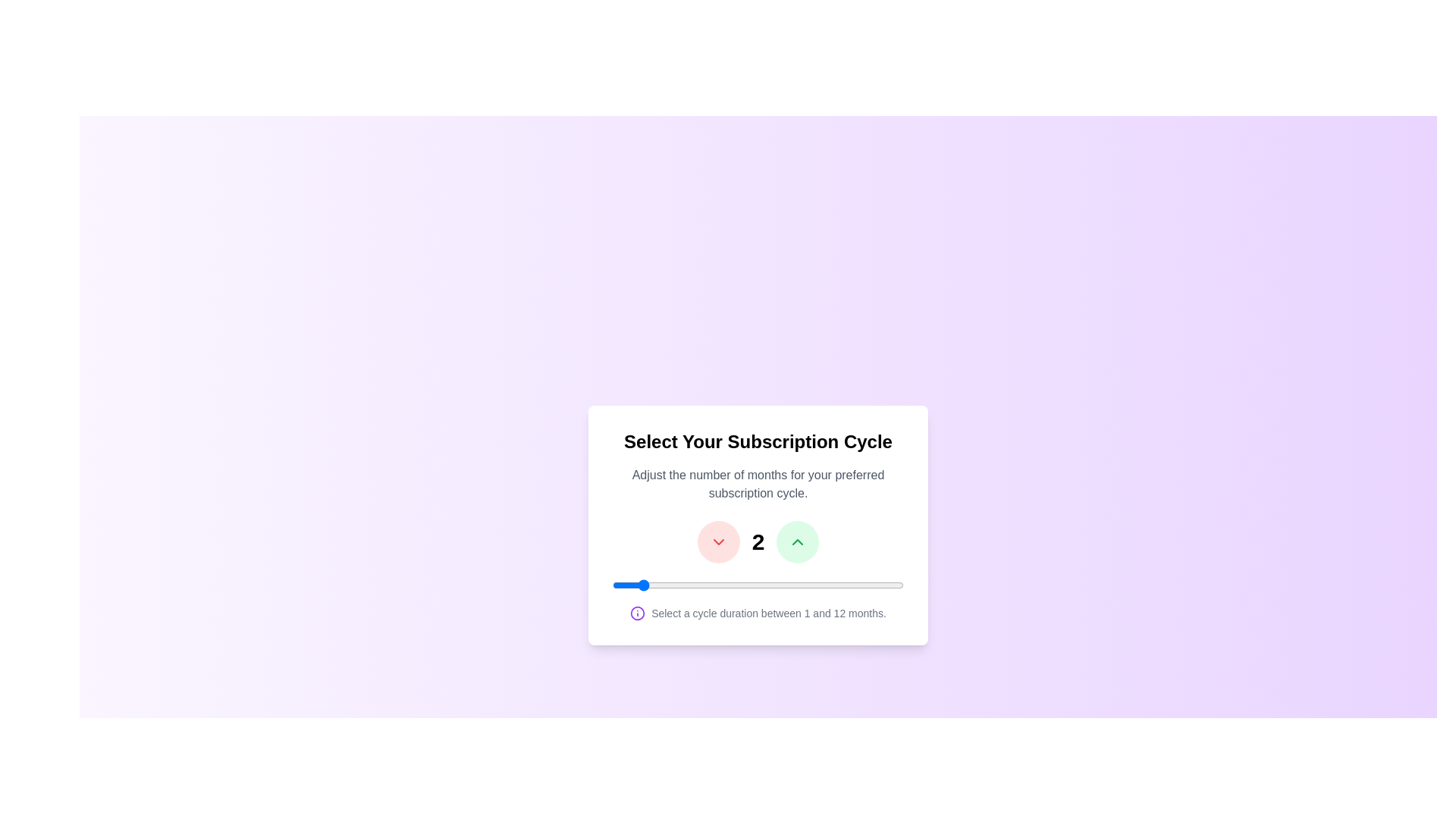 This screenshot has height=819, width=1456. Describe the element at coordinates (824, 584) in the screenshot. I see `the subscription duration` at that location.